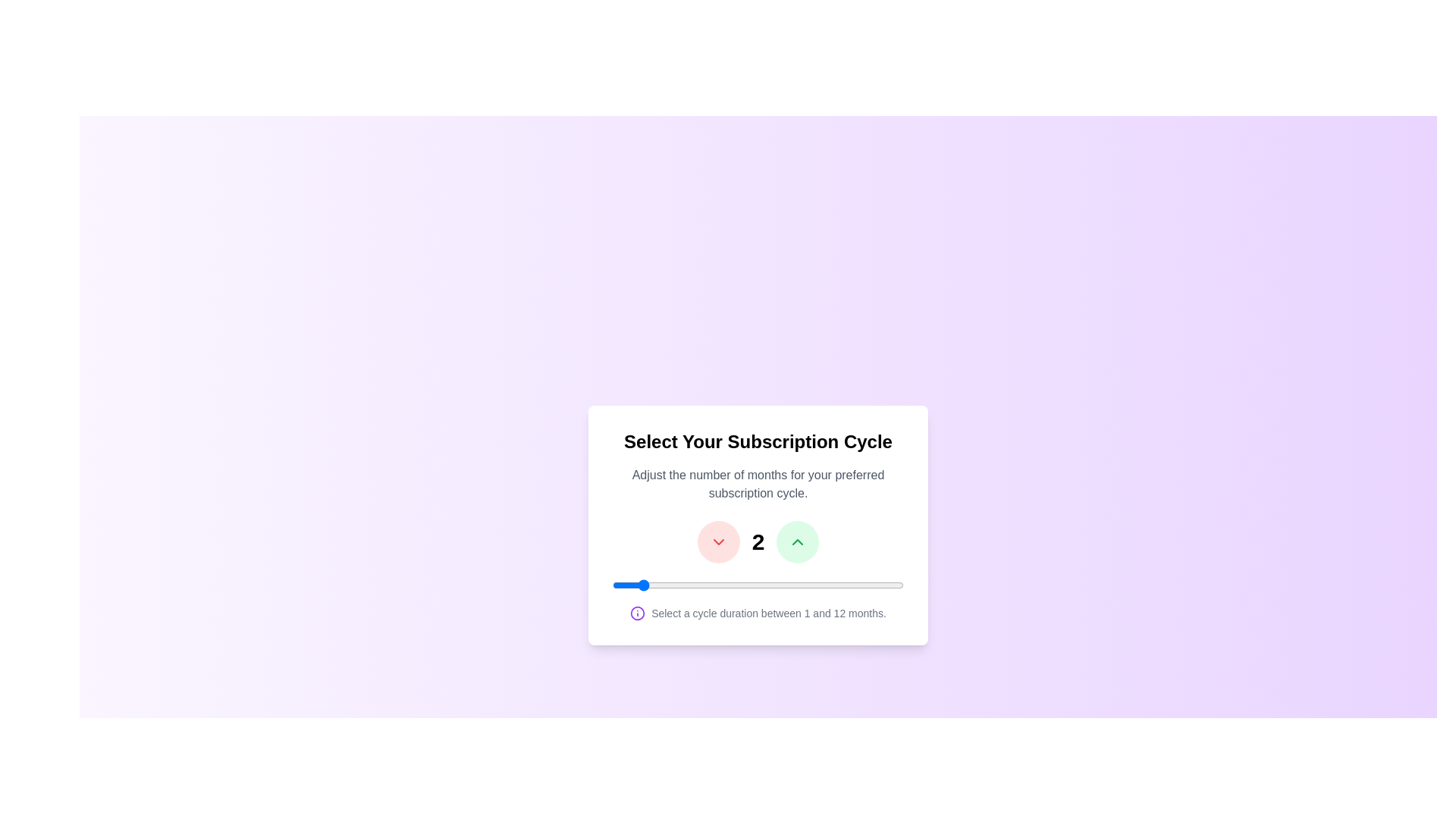 This screenshot has height=819, width=1456. Describe the element at coordinates (824, 584) in the screenshot. I see `the subscription duration` at that location.